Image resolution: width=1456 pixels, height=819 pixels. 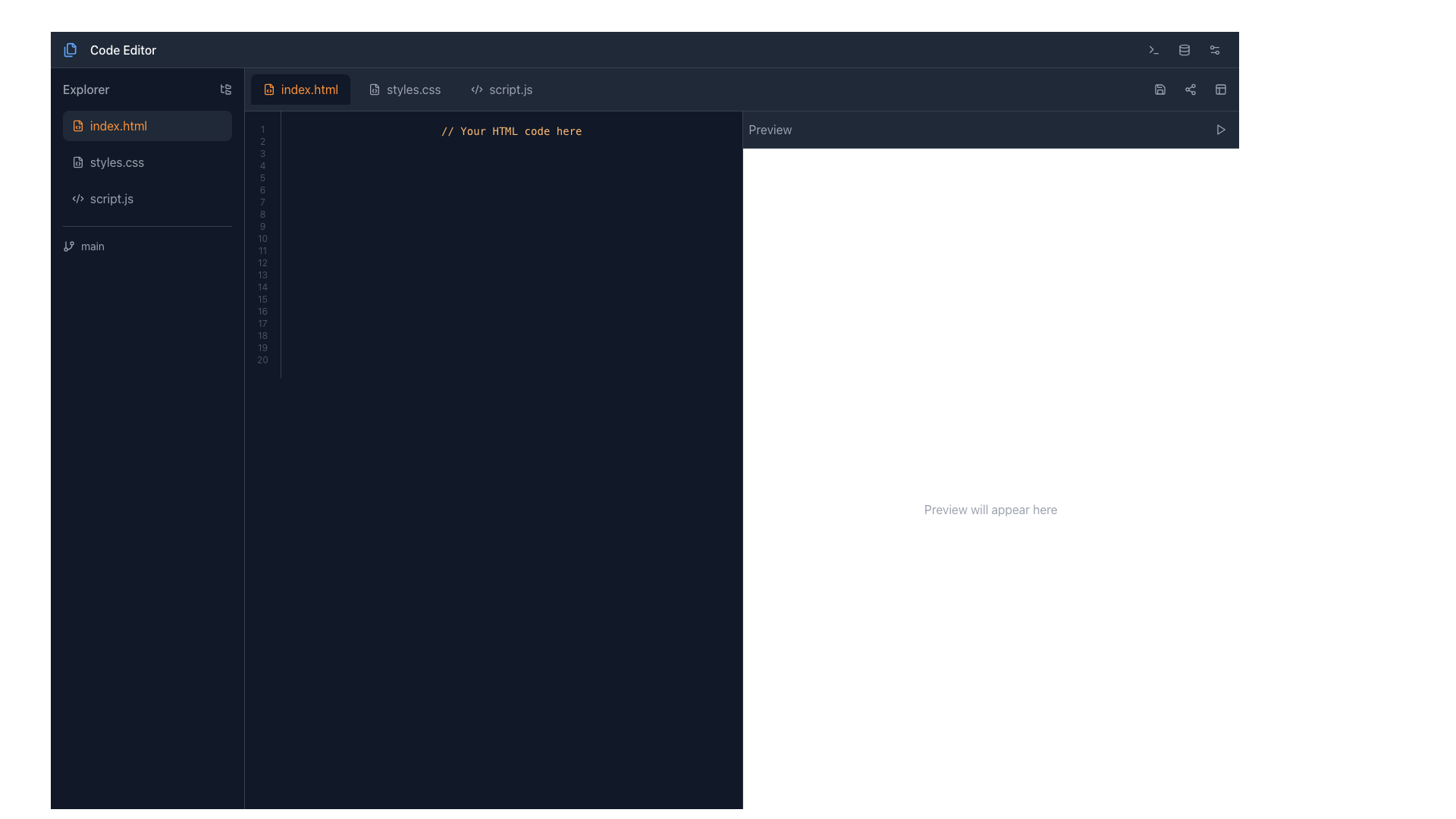 I want to click on the small gray folder tree icon located to the right of the 'Explorer' text, so click(x=224, y=89).